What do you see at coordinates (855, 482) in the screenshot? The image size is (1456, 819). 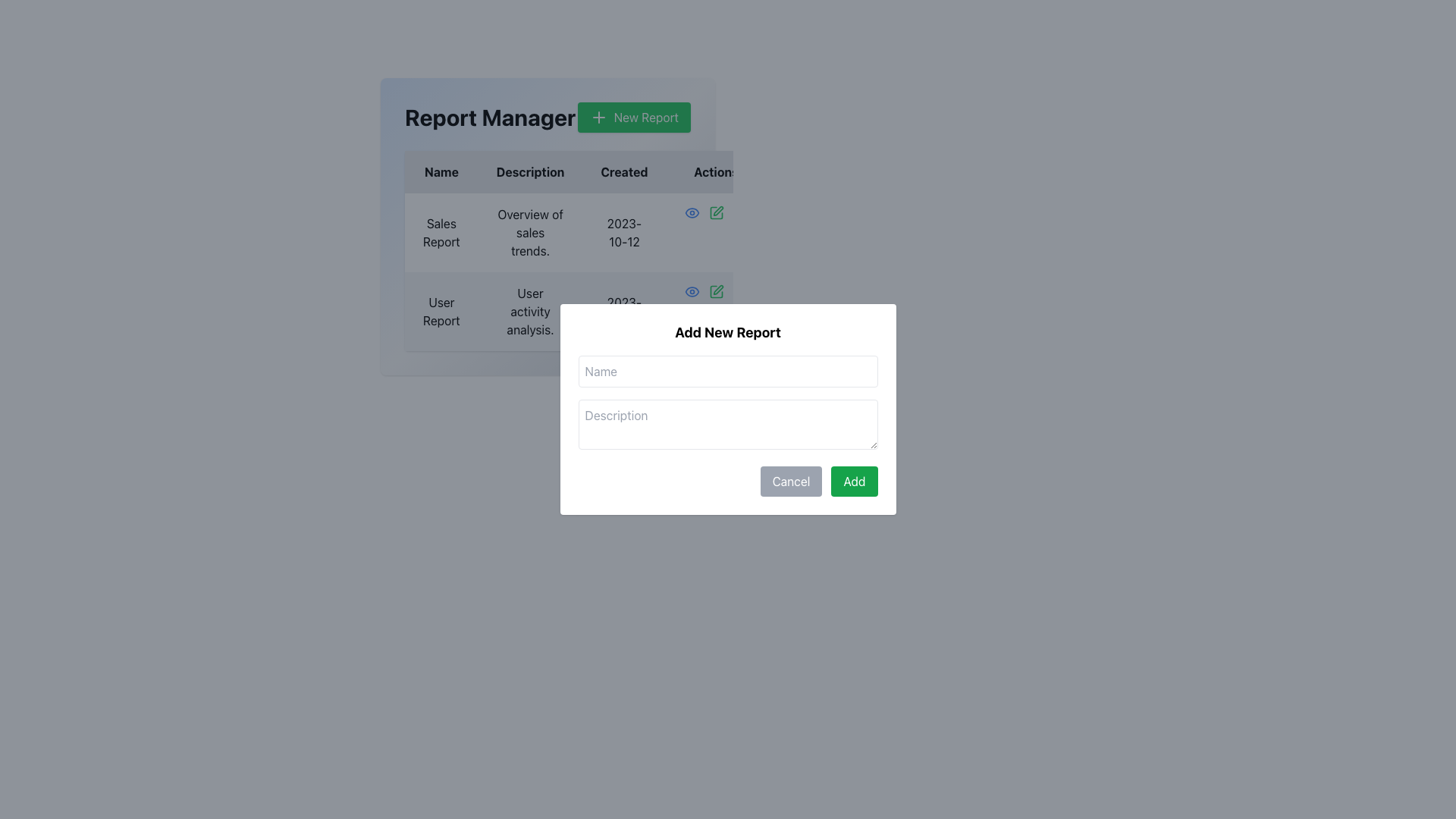 I see `the 'Add' button with a green background and rounded corners located at the bottom right of the modal dialog box` at bounding box center [855, 482].